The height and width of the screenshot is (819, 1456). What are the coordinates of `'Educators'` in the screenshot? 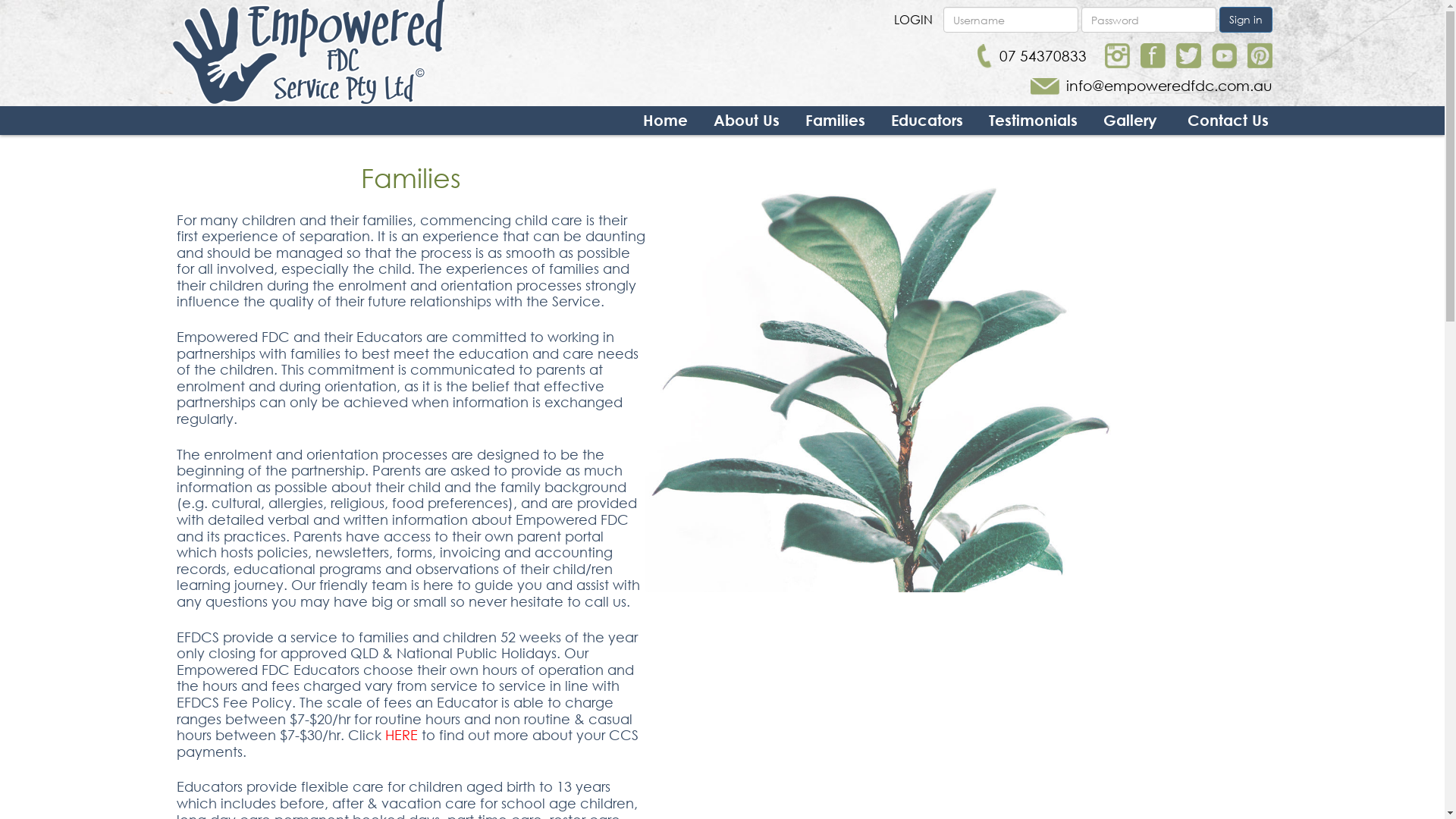 It's located at (890, 119).